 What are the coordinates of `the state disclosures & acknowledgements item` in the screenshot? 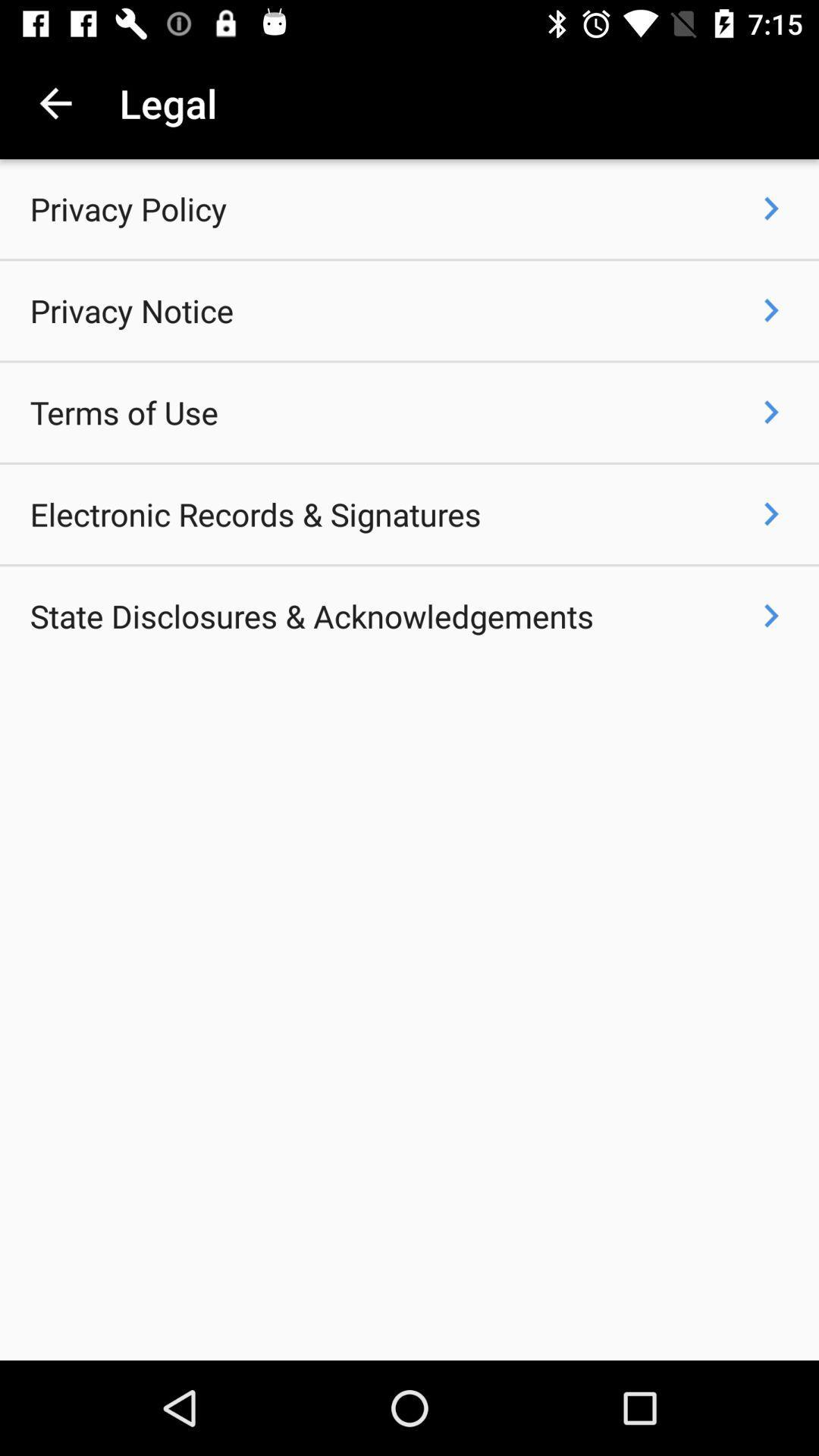 It's located at (311, 616).